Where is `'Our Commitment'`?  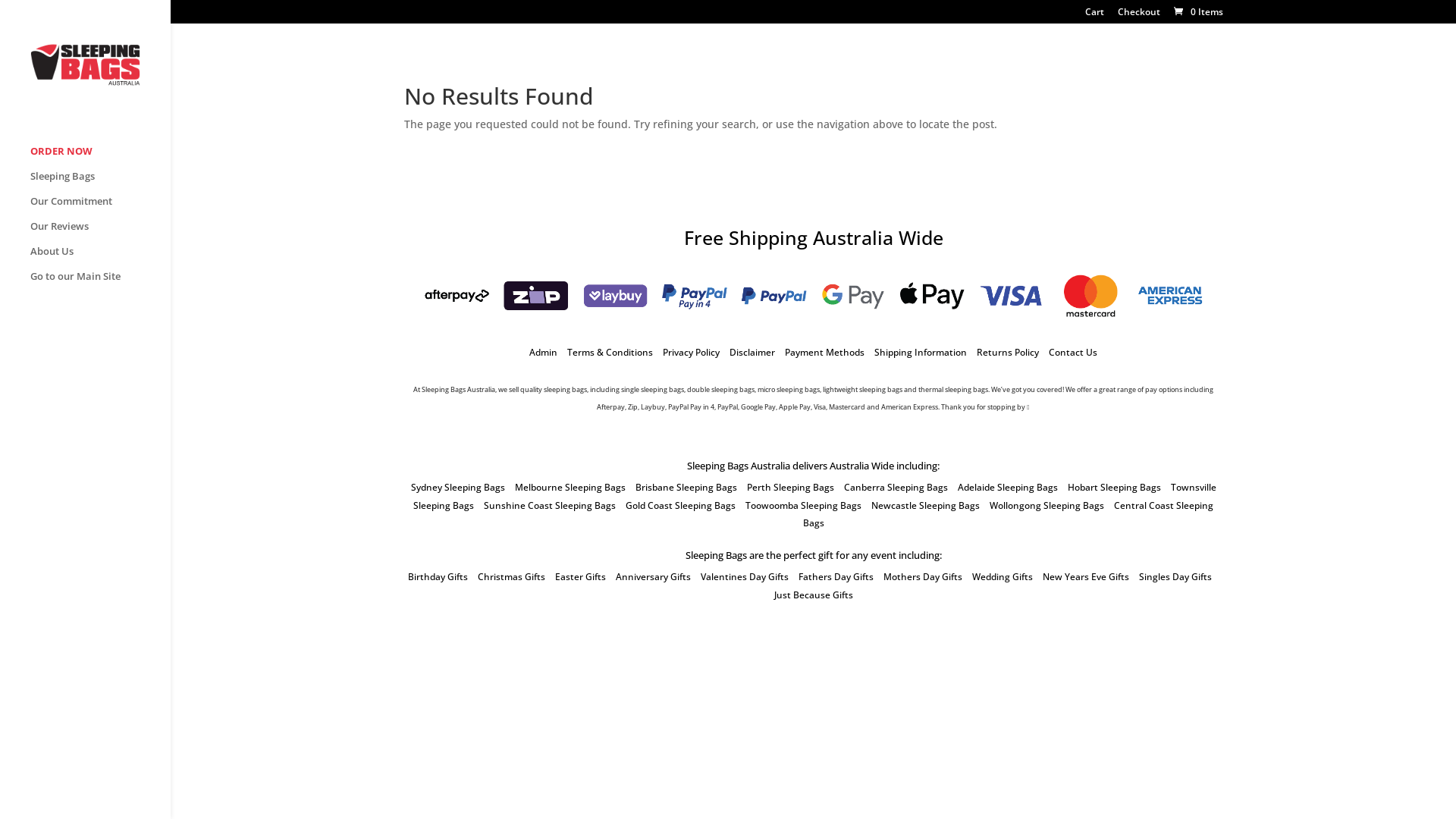 'Our Commitment' is located at coordinates (99, 208).